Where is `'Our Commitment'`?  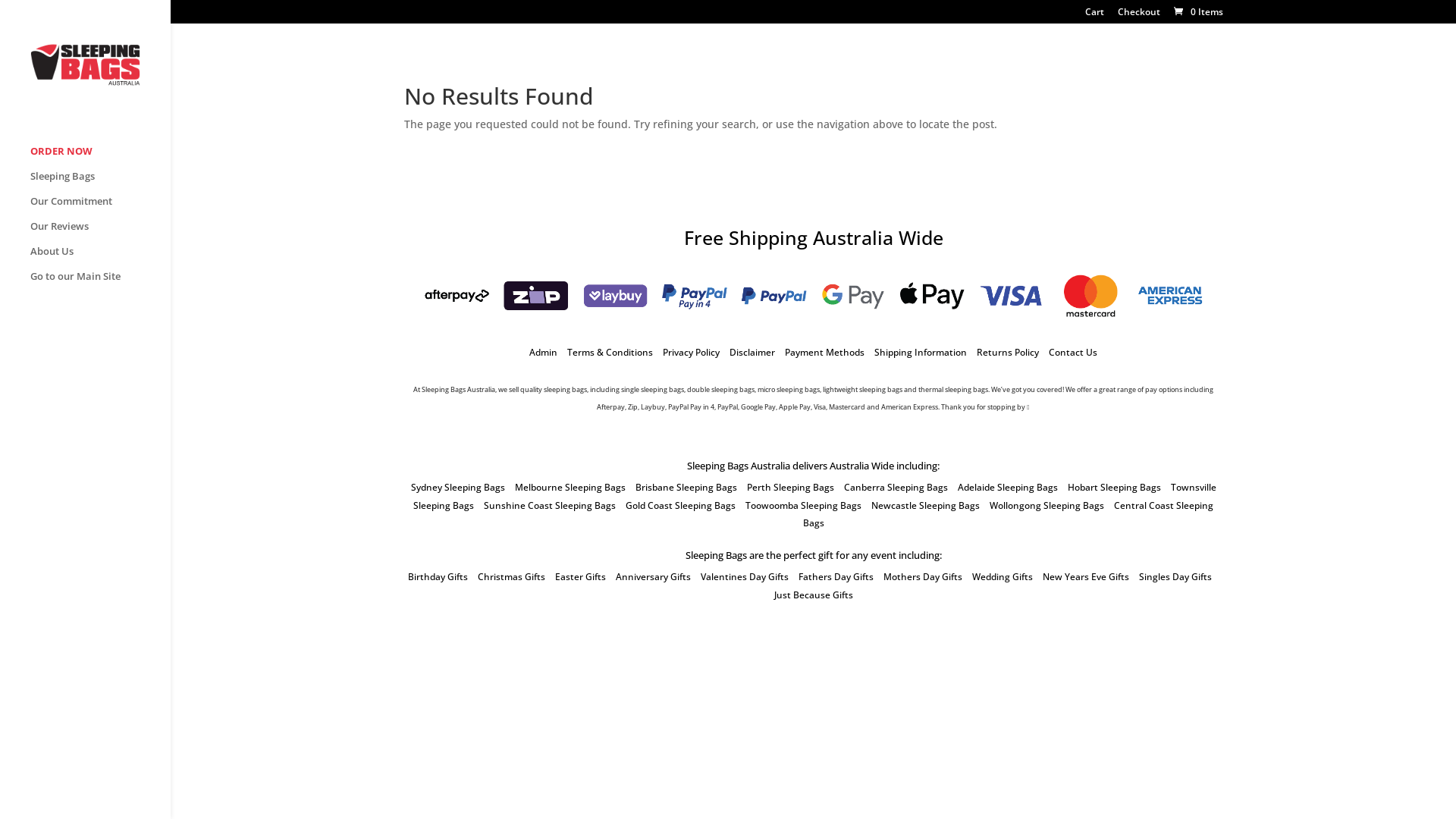 'Our Commitment' is located at coordinates (99, 208).